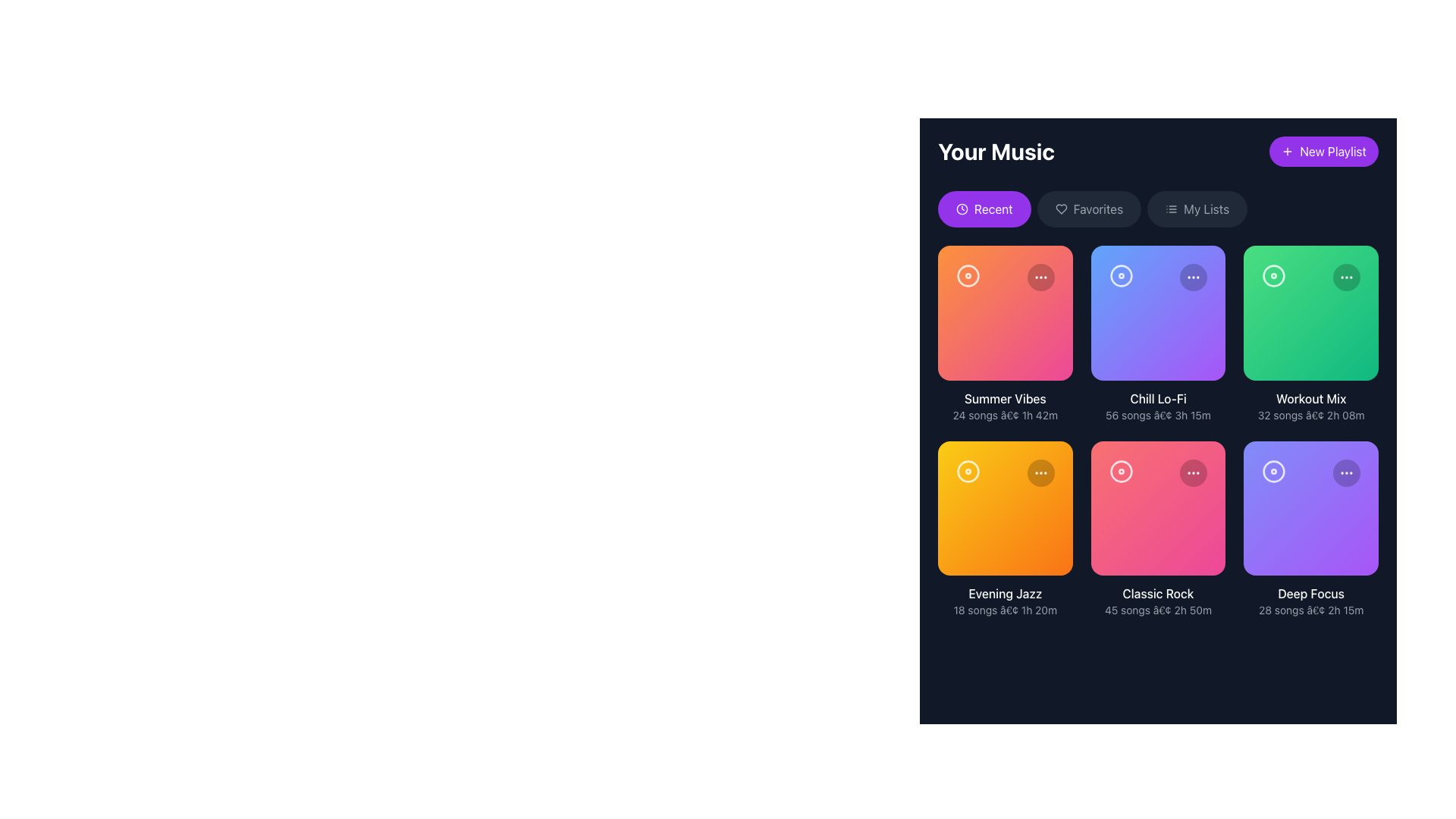  Describe the element at coordinates (1121, 470) in the screenshot. I see `the icon located in the center of the 'Classic Rock' card, which is the fifth card in a grid of six cards` at that location.